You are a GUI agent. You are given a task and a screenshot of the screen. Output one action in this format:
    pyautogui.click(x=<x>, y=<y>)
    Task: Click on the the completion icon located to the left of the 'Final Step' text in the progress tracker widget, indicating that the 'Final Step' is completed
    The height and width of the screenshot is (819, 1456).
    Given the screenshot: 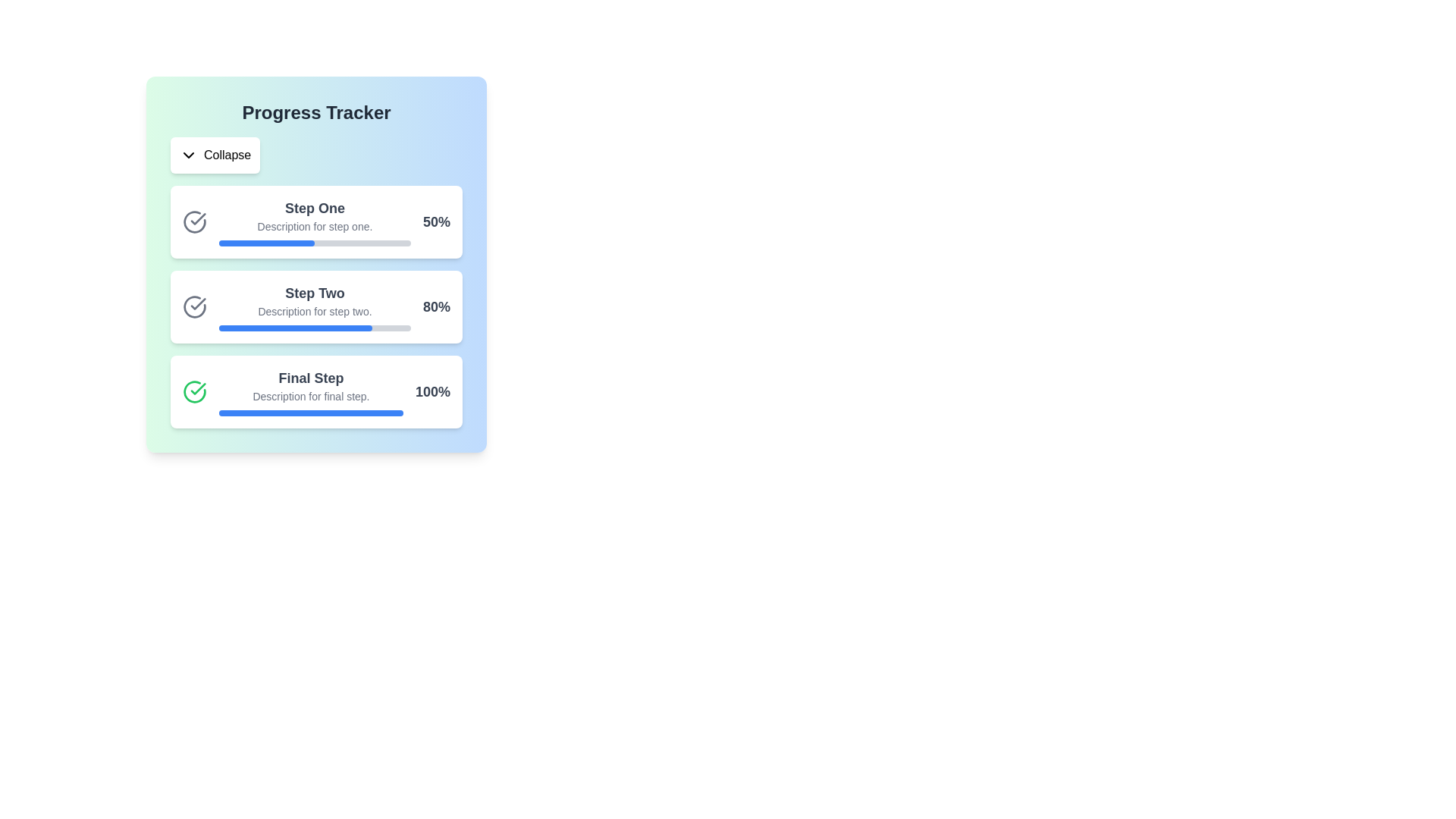 What is the action you would take?
    pyautogui.click(x=194, y=391)
    